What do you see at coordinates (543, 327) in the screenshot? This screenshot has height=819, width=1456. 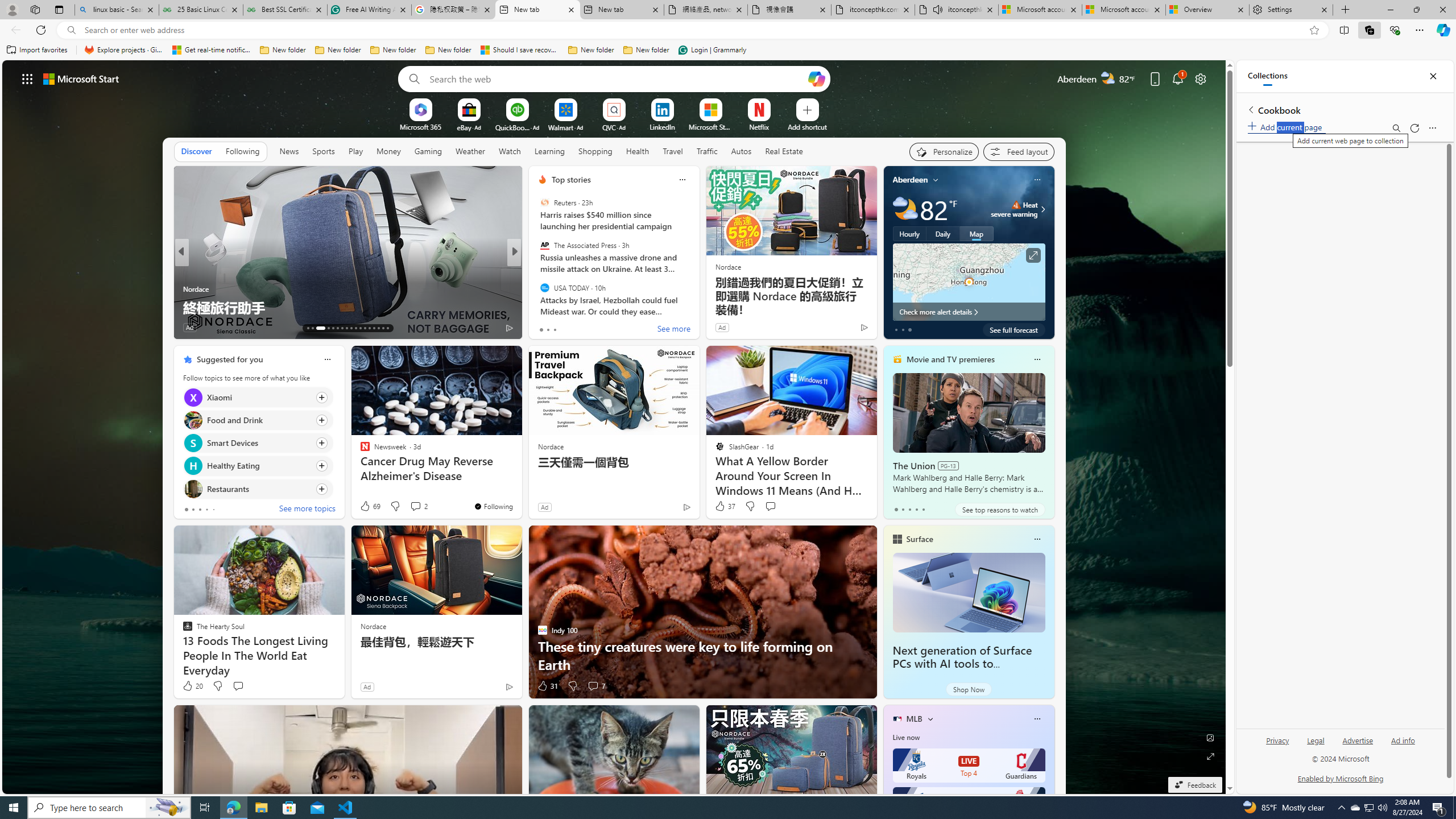 I see `'71 Like'` at bounding box center [543, 327].